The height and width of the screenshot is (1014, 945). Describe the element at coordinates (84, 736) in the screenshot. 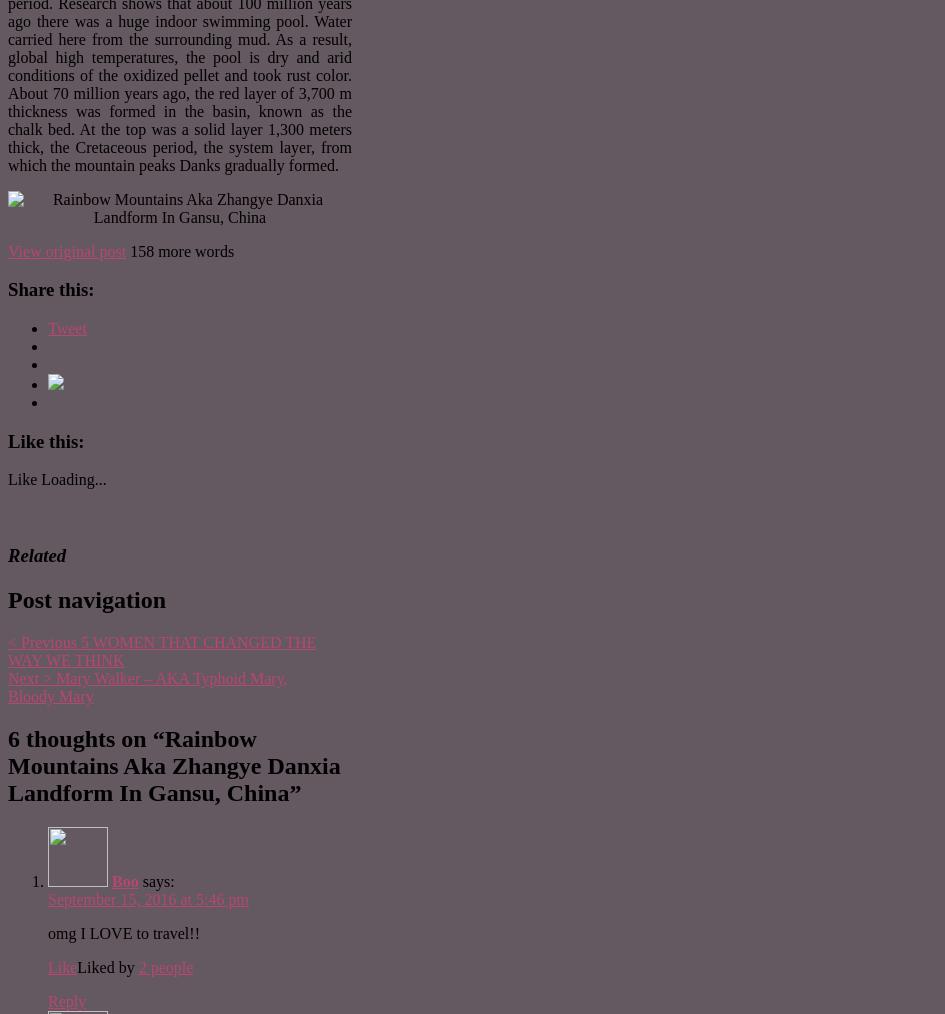

I see `'6 thoughts on “'` at that location.